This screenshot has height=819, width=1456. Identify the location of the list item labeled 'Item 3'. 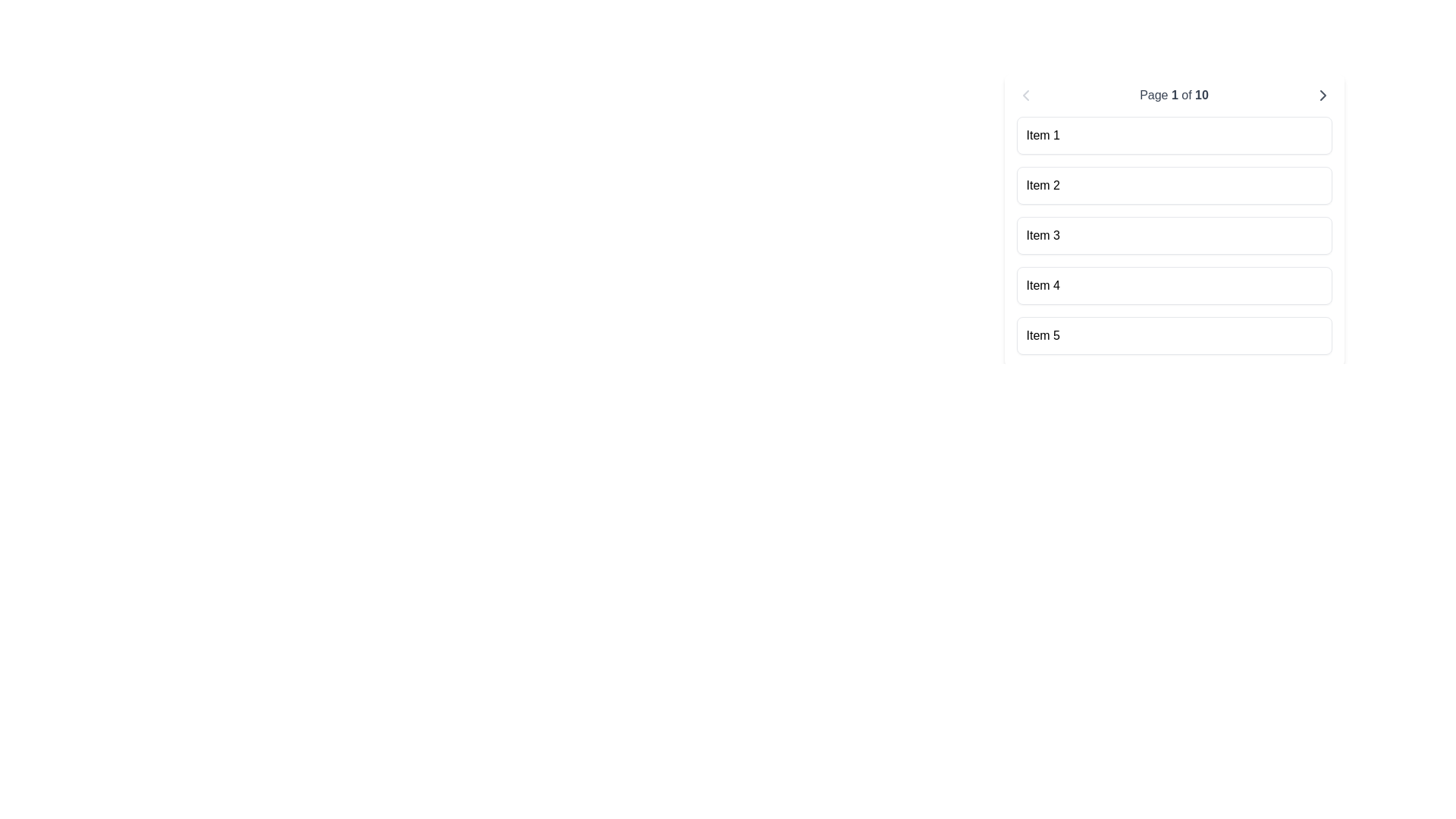
(1173, 220).